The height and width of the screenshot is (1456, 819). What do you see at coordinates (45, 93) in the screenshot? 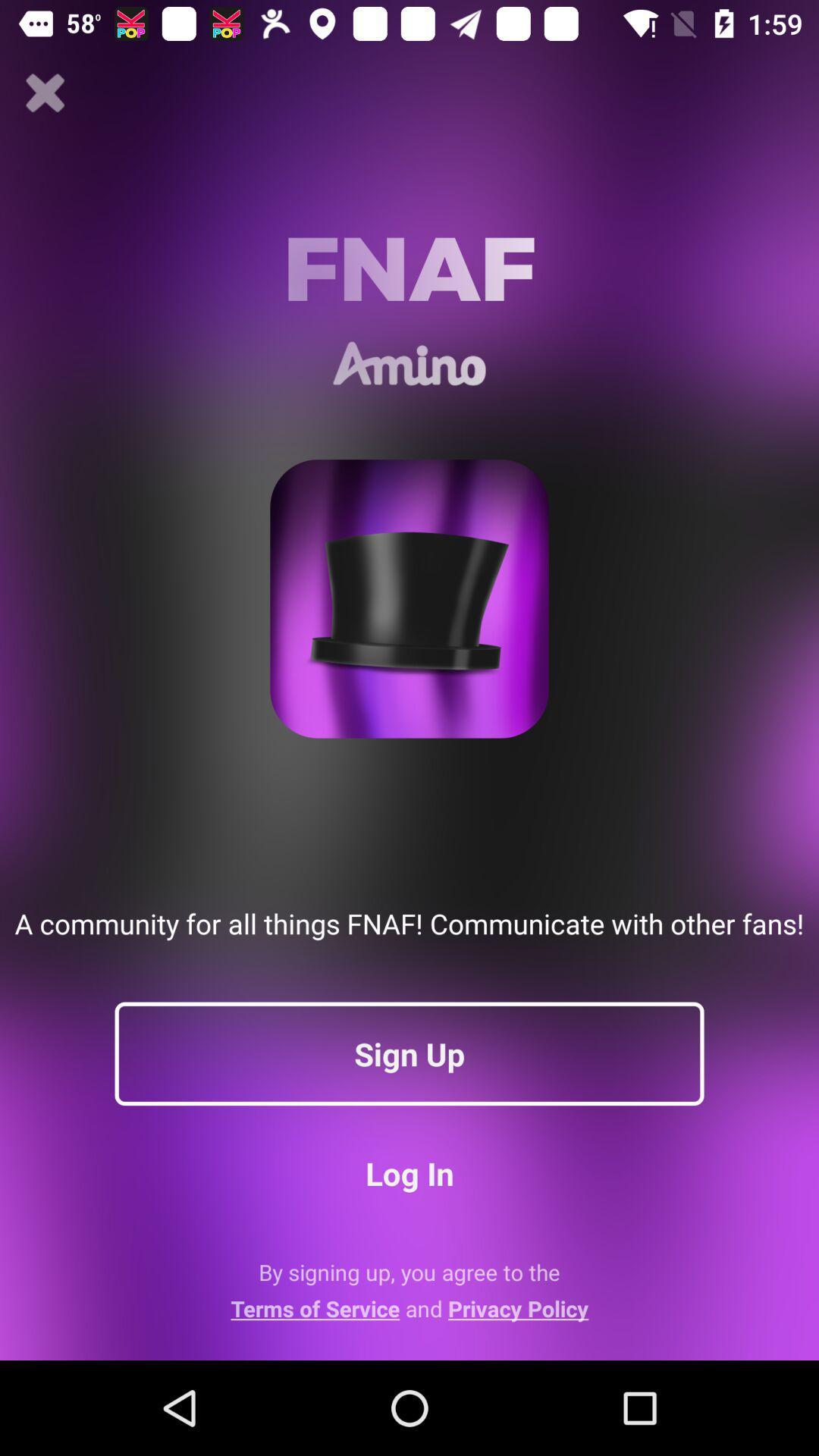
I see `the close icon` at bounding box center [45, 93].